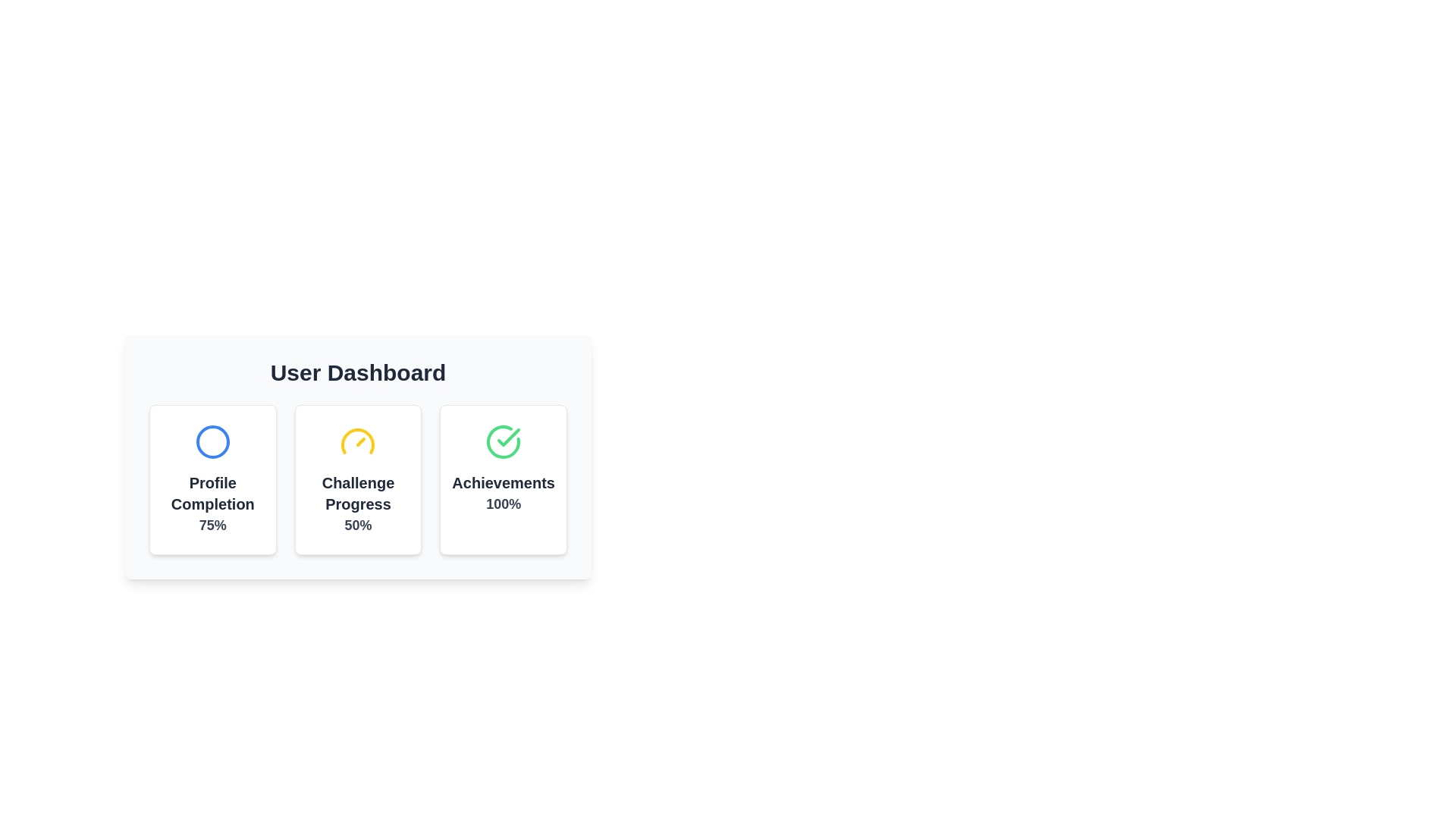 The image size is (1456, 819). What do you see at coordinates (504, 479) in the screenshot?
I see `information from the 'Achievements' Information card element, which displays a green checkmark icon, the text 'Achievements' in bold, and '100%' below it` at bounding box center [504, 479].